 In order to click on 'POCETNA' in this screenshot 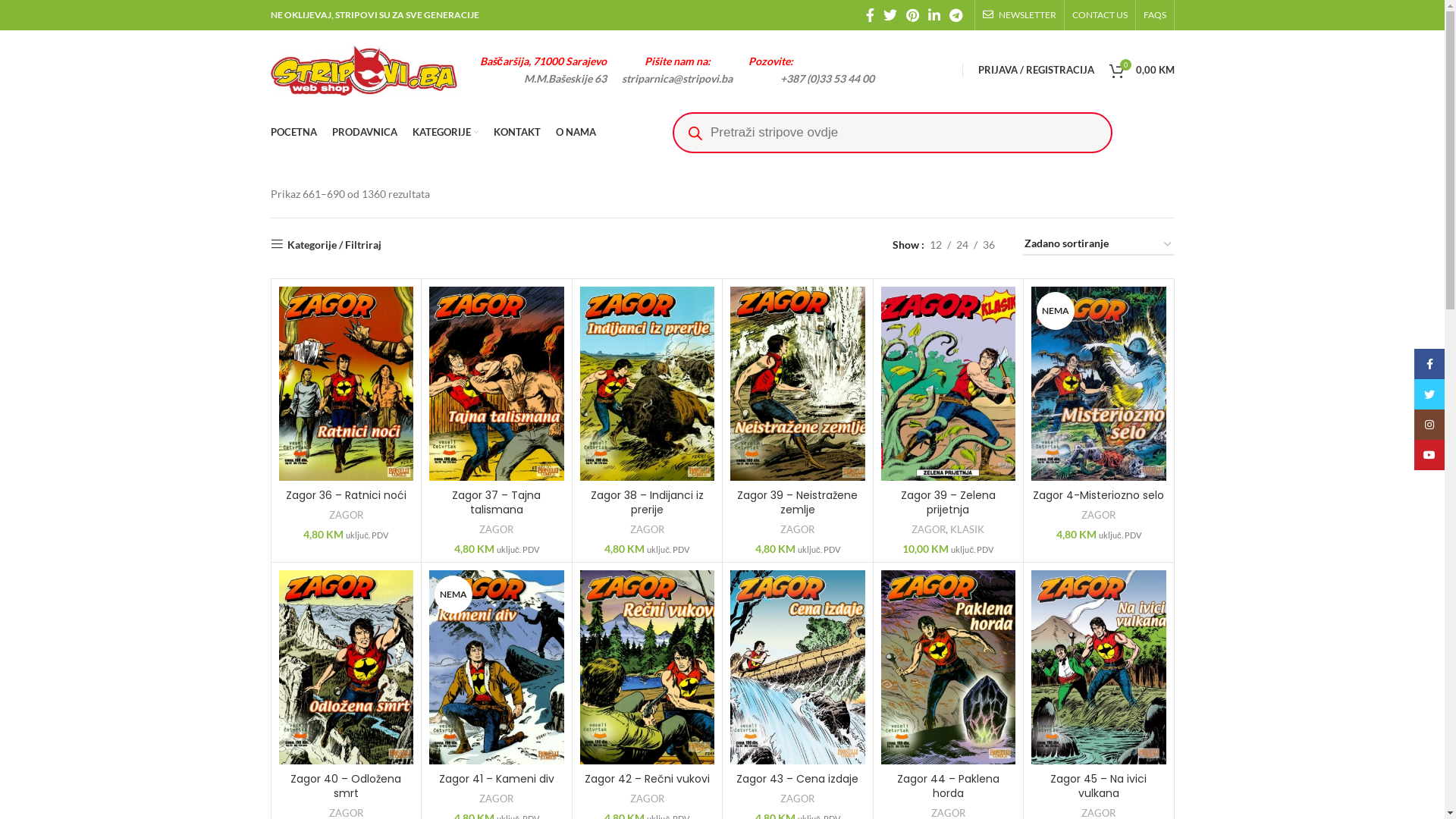, I will do `click(269, 131)`.